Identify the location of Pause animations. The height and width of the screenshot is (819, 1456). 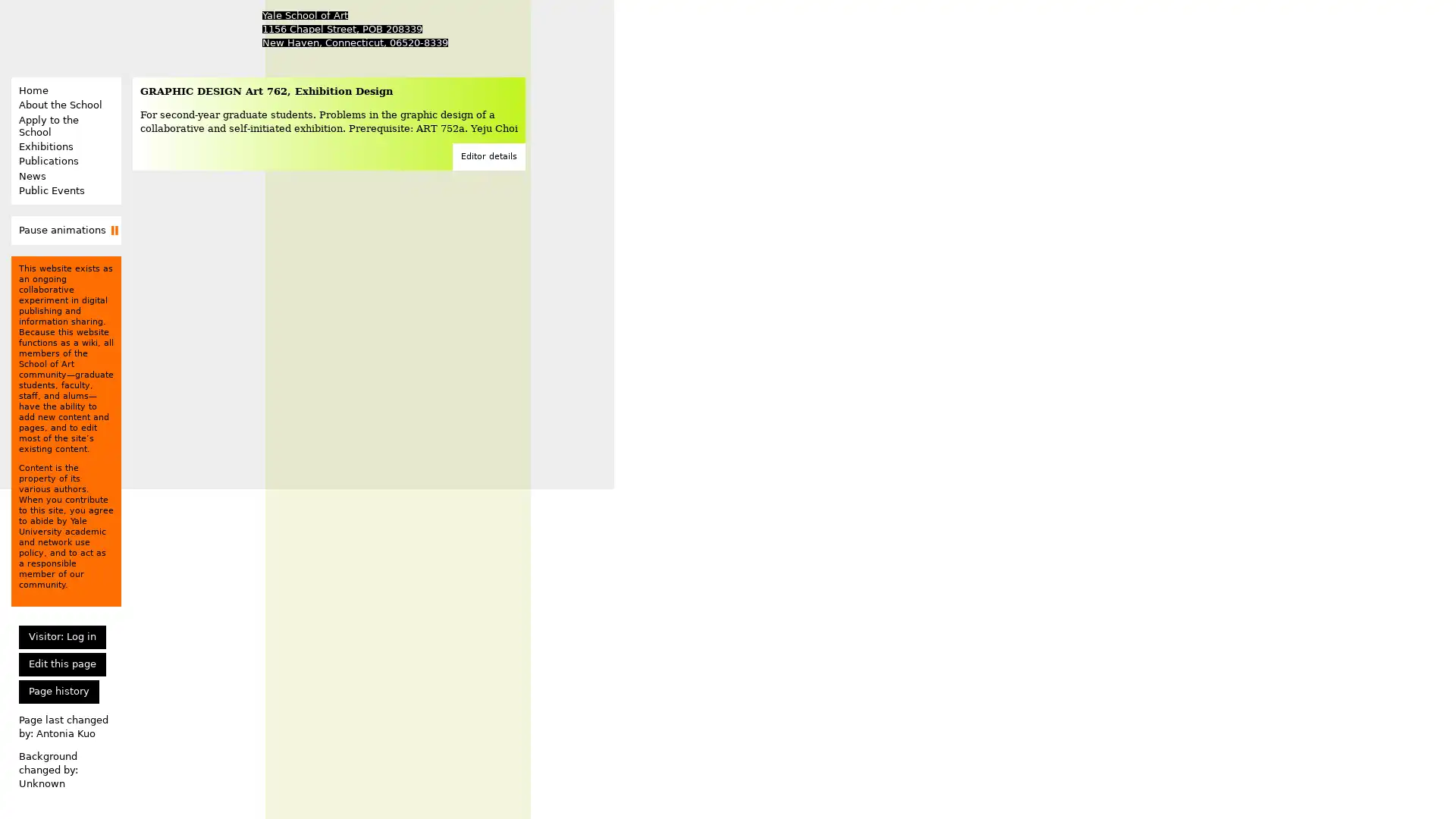
(65, 231).